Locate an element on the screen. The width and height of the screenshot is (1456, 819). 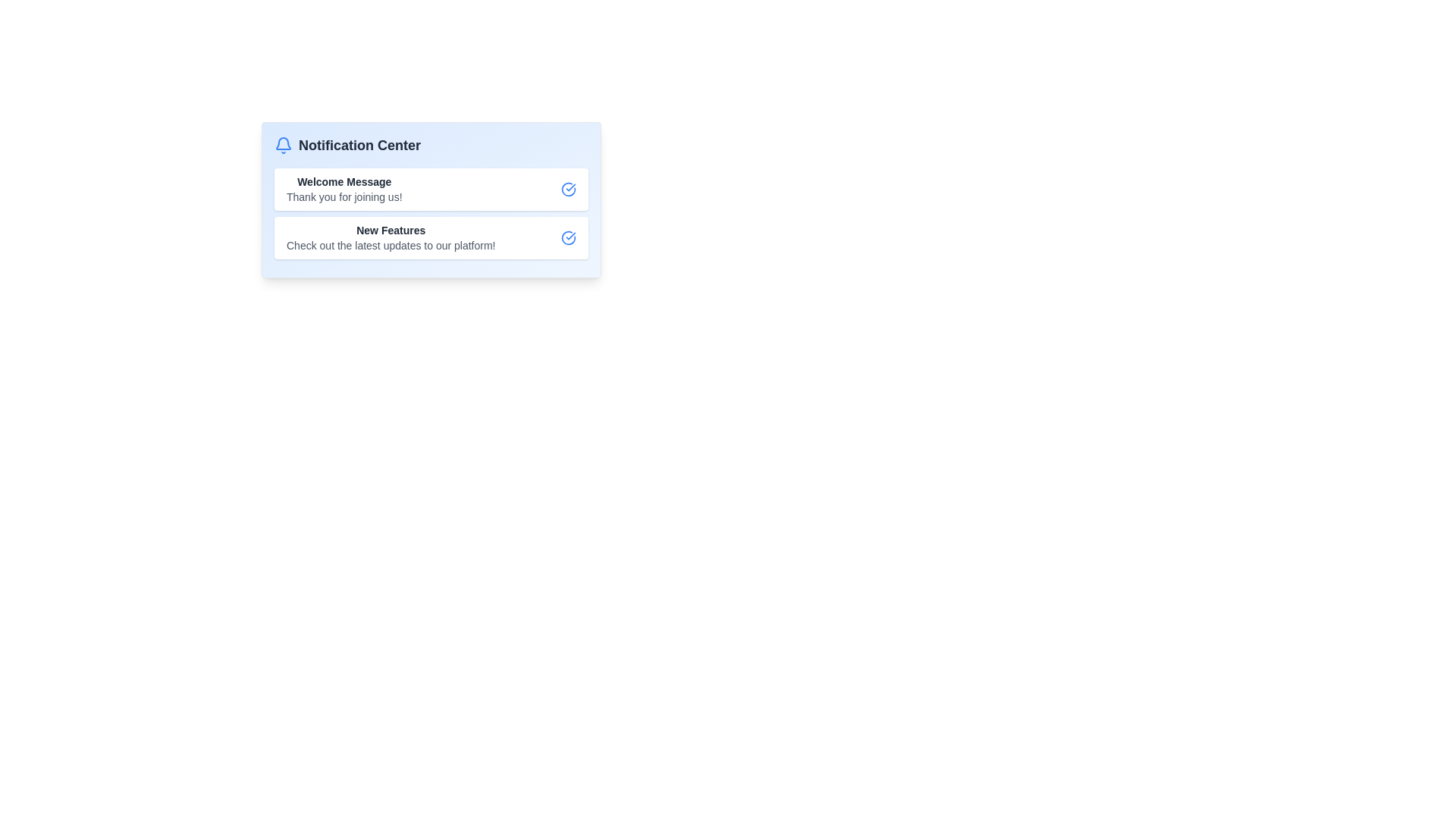
the informational text display that notifies users about new updates or features, positioned directly below the title 'New Features' is located at coordinates (391, 245).